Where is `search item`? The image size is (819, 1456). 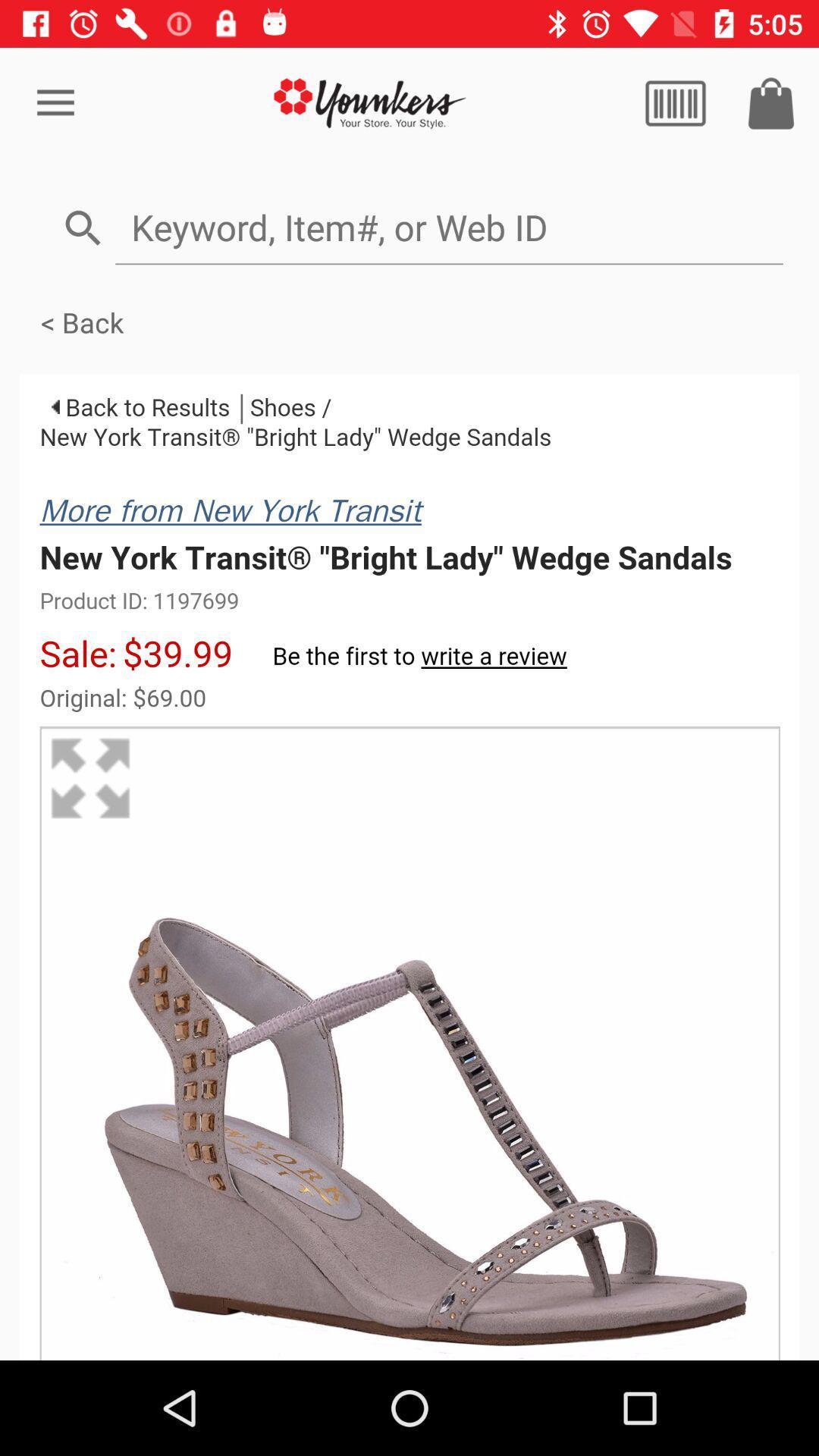
search item is located at coordinates (448, 226).